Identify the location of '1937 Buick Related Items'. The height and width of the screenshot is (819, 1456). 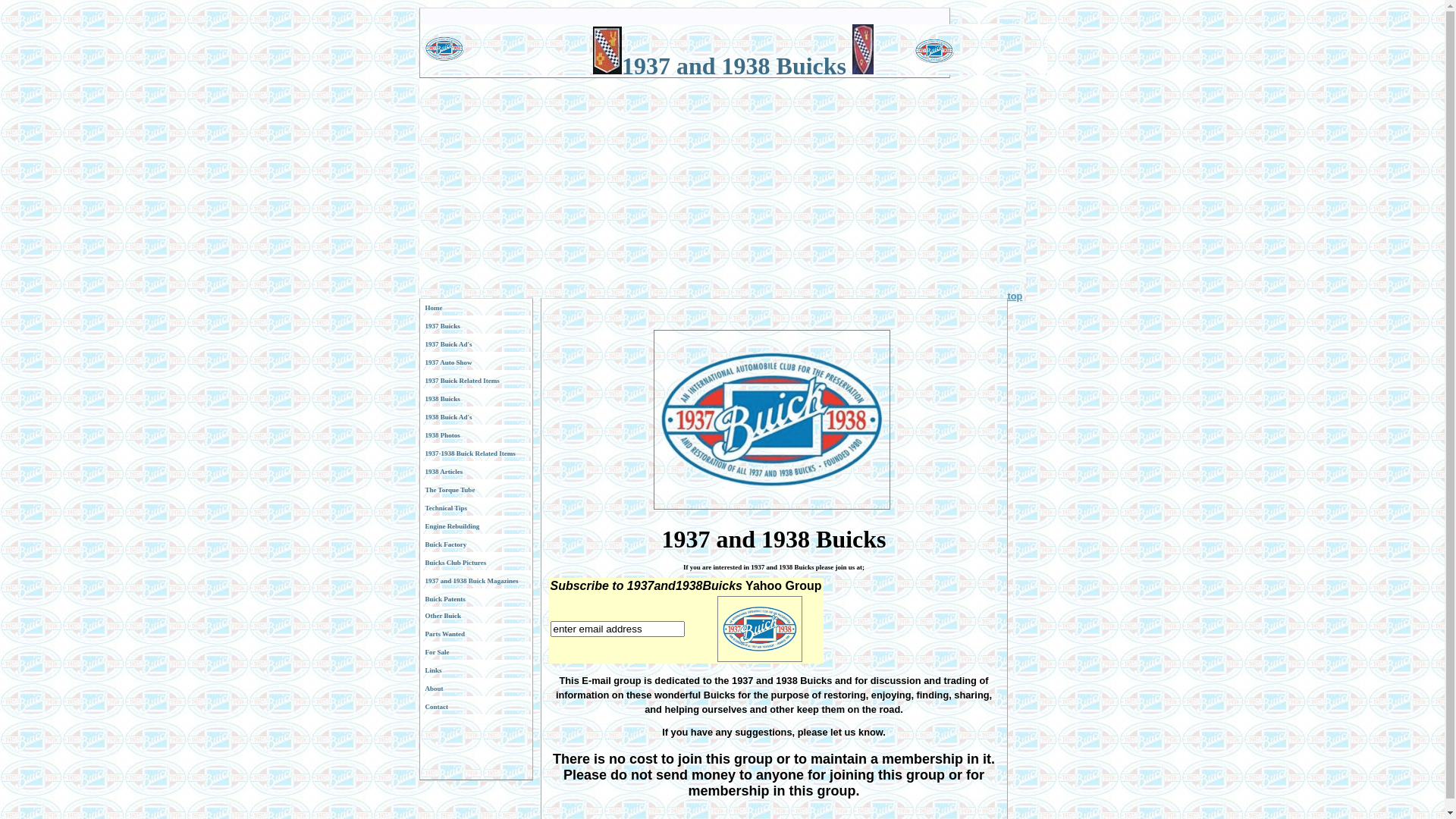
(419, 379).